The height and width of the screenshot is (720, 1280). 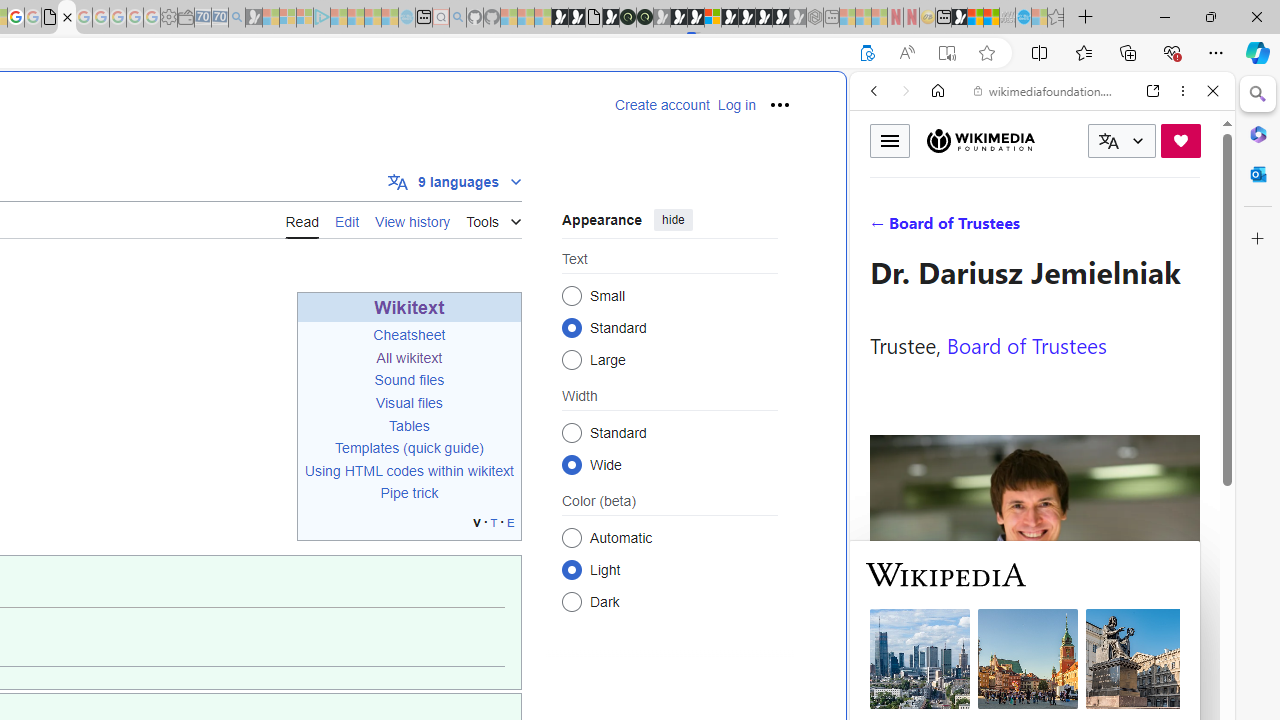 I want to click on 'Create account', so click(x=662, y=105).